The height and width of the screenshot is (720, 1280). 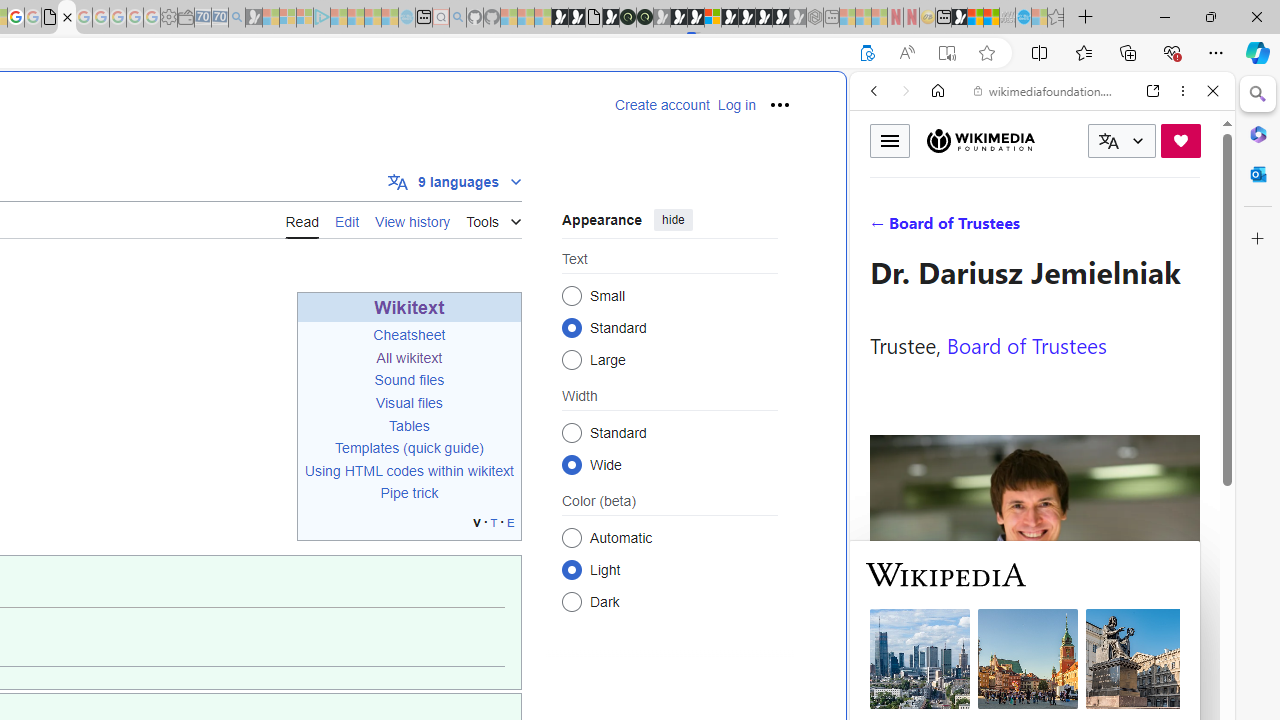 I want to click on 'Create account', so click(x=662, y=105).